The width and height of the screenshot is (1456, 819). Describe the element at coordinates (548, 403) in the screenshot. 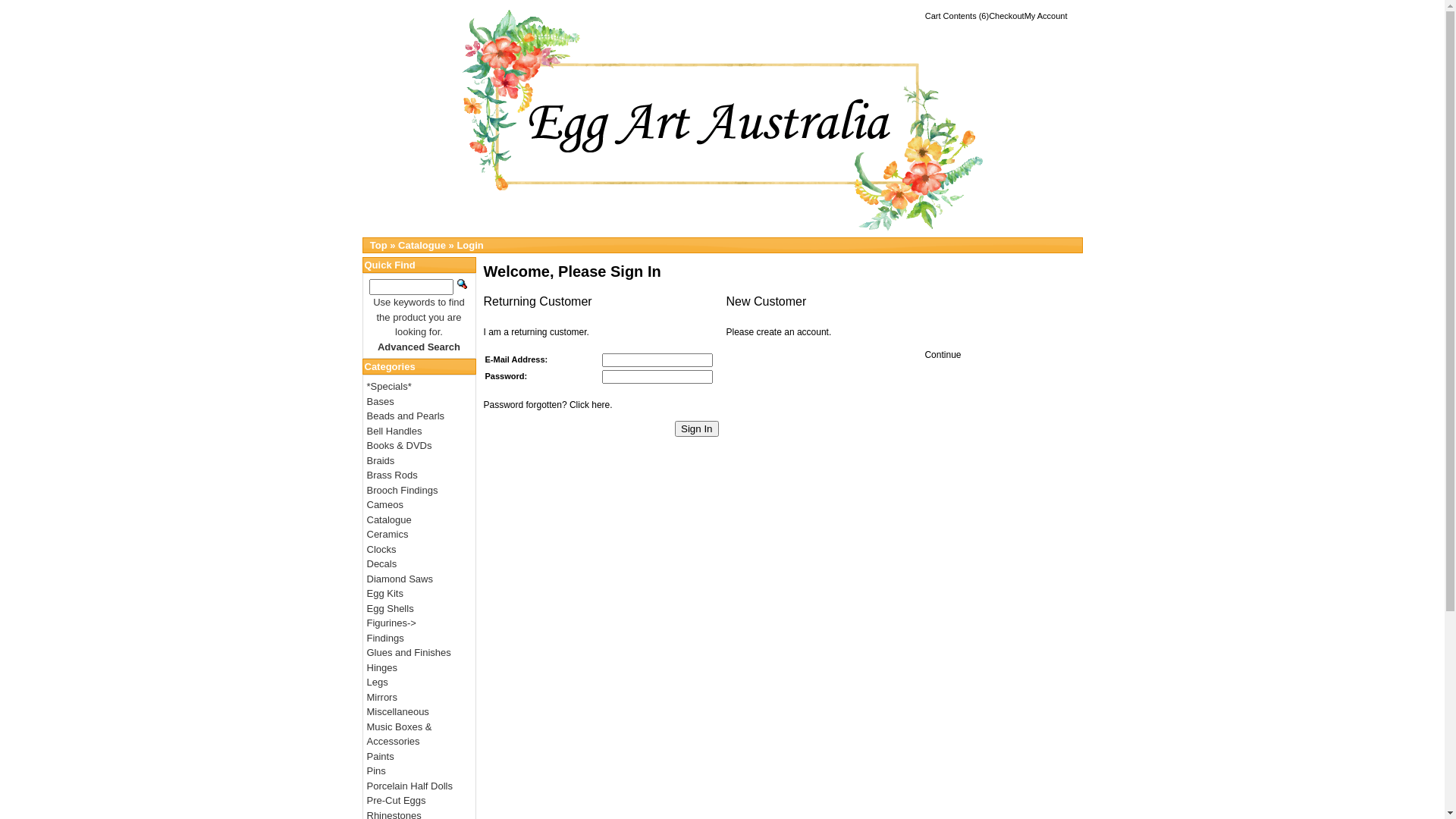

I see `'Password forgotten? Click here.'` at that location.